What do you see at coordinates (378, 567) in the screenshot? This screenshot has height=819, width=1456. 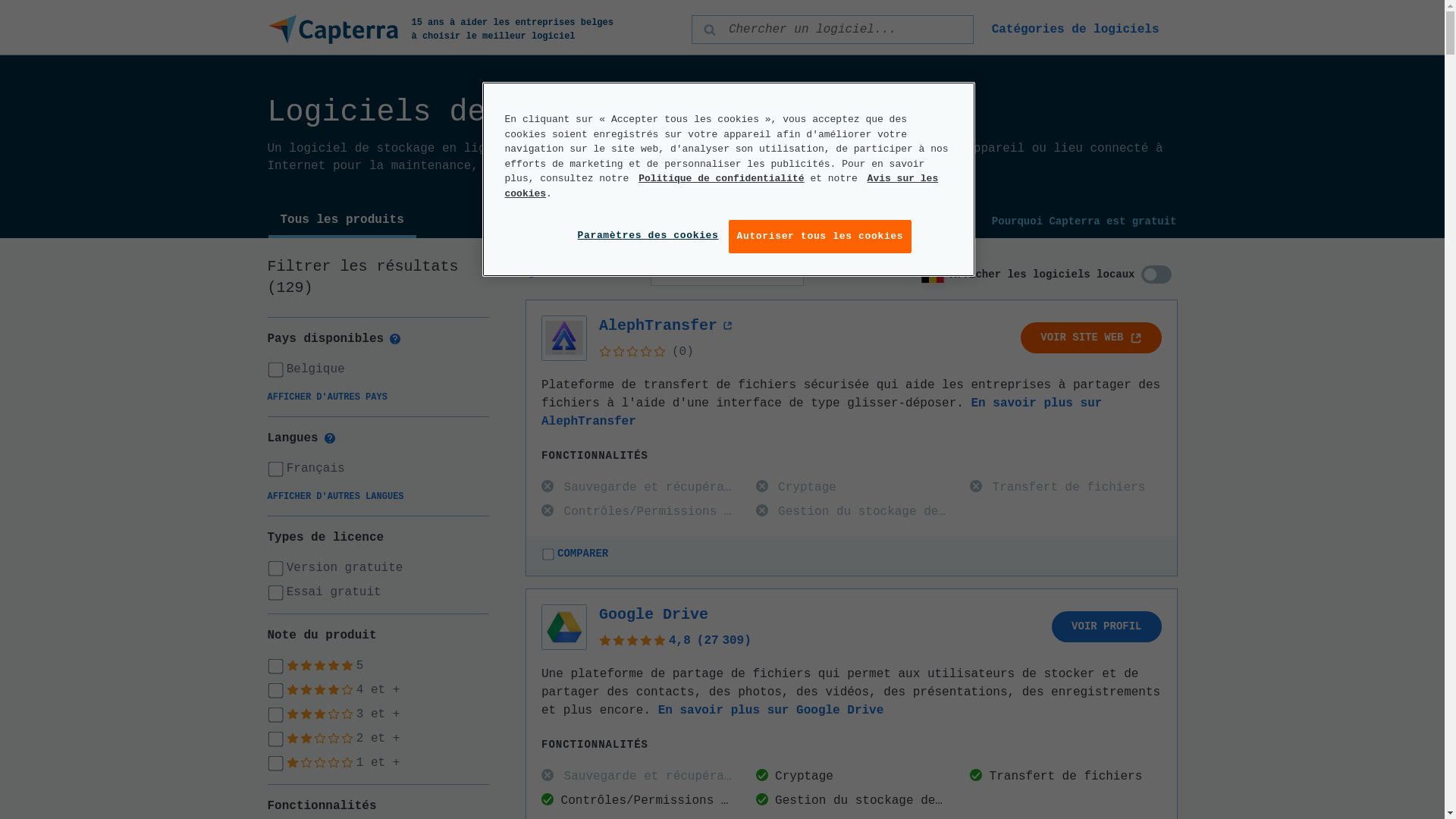 I see `'Version gratuite'` at bounding box center [378, 567].